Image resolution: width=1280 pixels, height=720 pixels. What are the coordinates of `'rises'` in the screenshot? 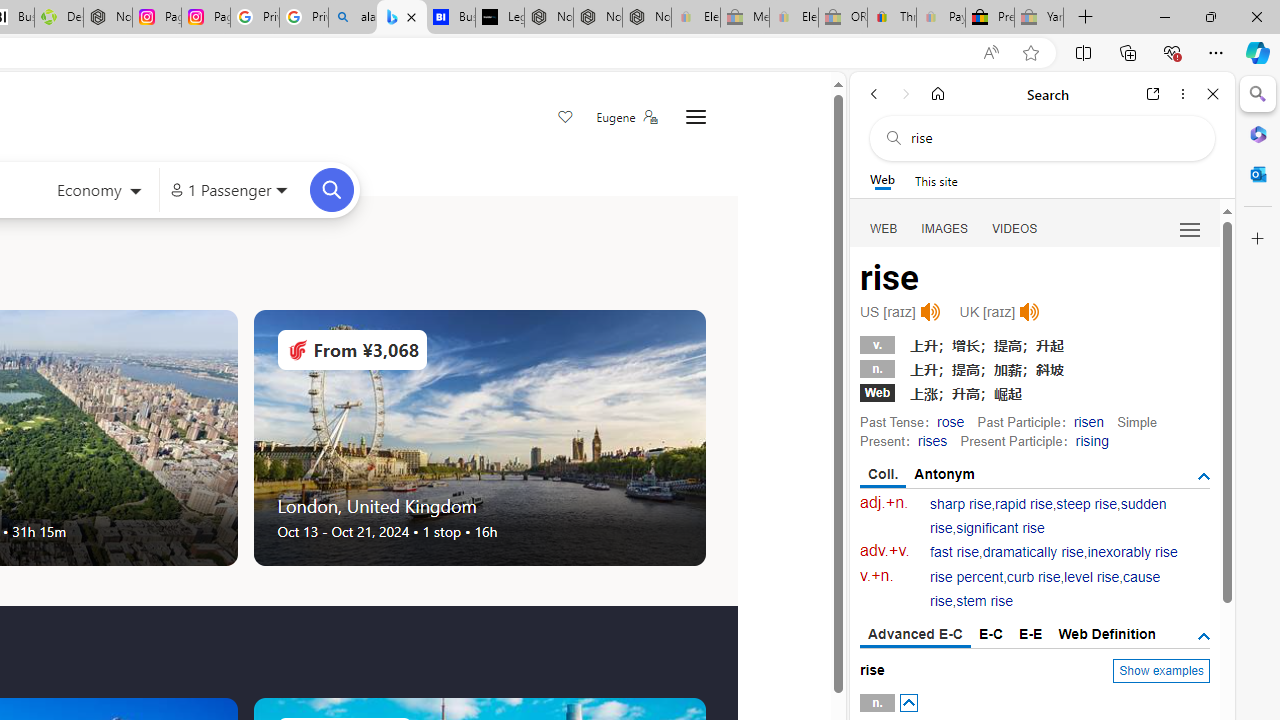 It's located at (931, 440).